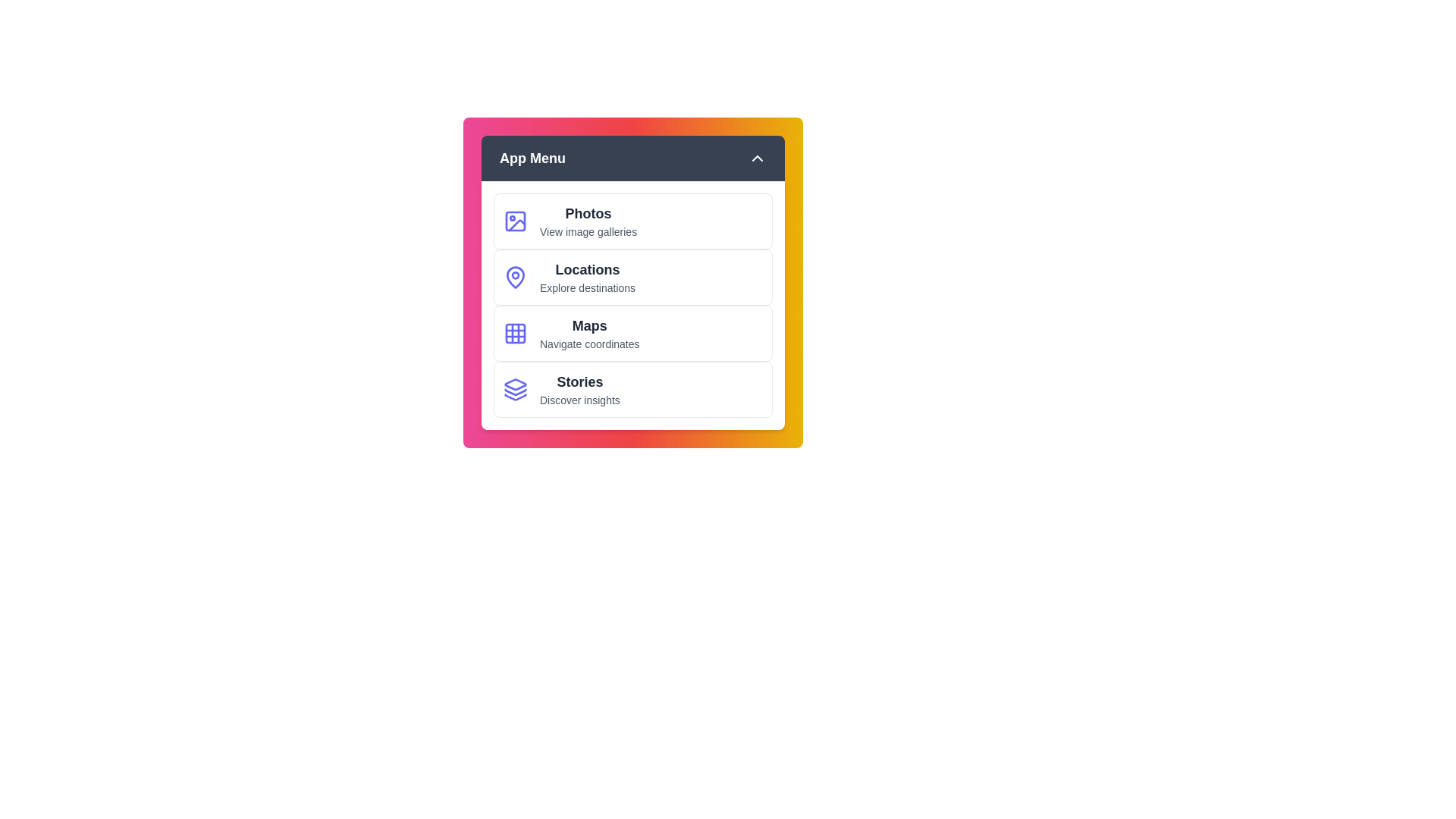  What do you see at coordinates (633, 221) in the screenshot?
I see `the menu item corresponding to Photos` at bounding box center [633, 221].